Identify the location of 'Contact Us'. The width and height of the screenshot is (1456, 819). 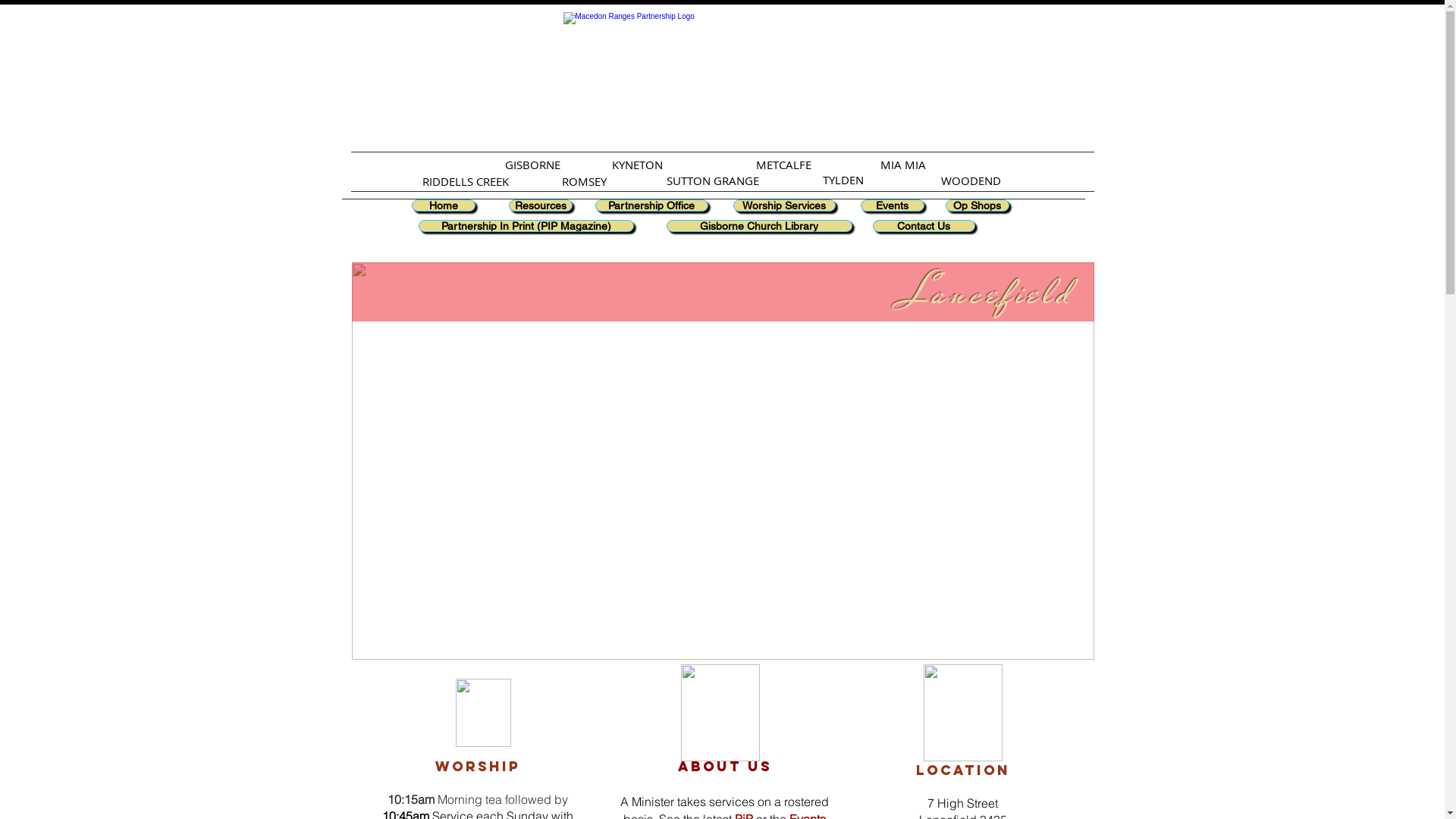
(922, 225).